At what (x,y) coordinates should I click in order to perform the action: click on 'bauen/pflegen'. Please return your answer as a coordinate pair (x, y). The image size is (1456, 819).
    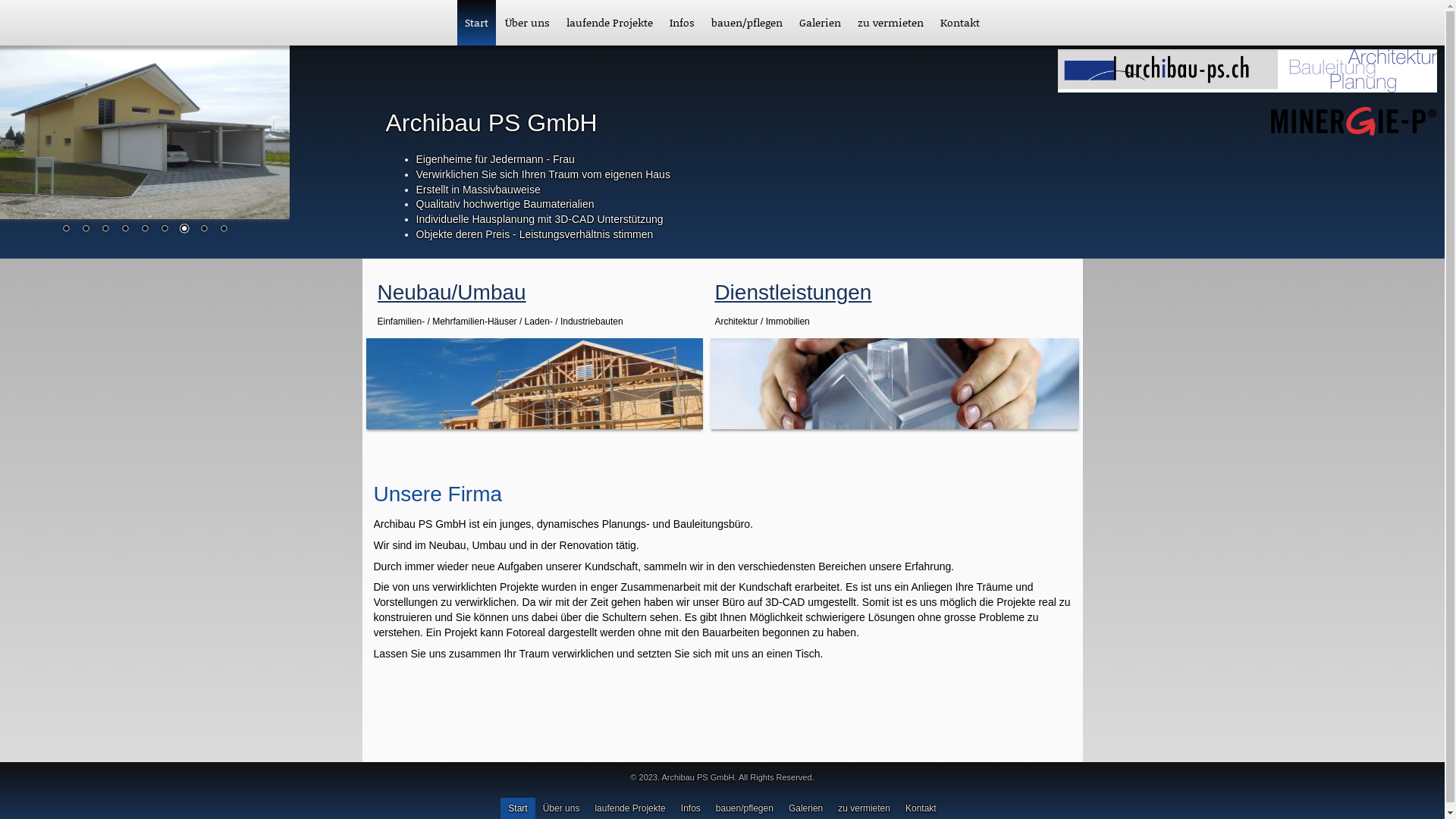
    Looking at the image, I should click on (702, 23).